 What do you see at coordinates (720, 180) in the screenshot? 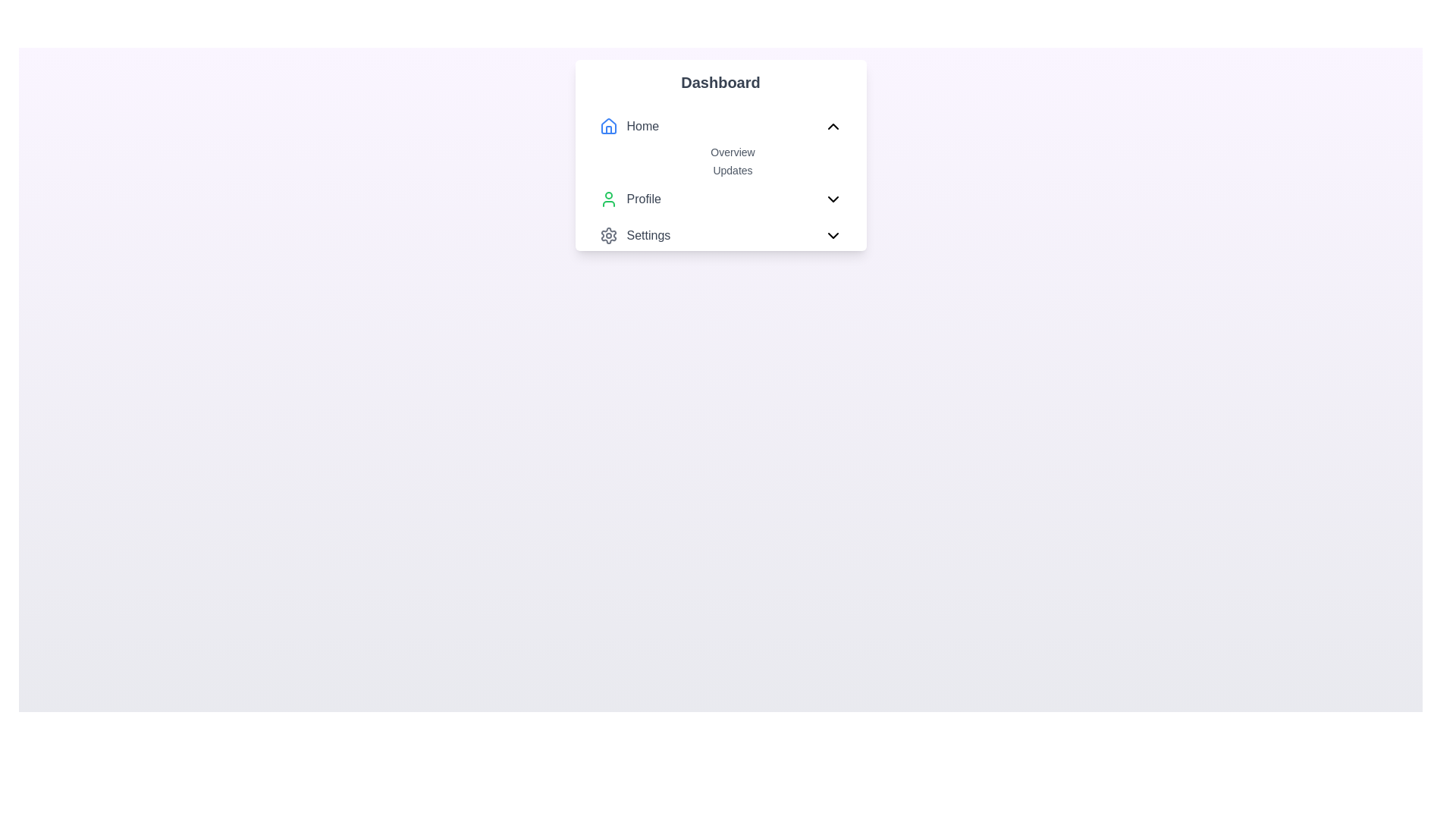
I see `the collapsible navigation menu` at bounding box center [720, 180].